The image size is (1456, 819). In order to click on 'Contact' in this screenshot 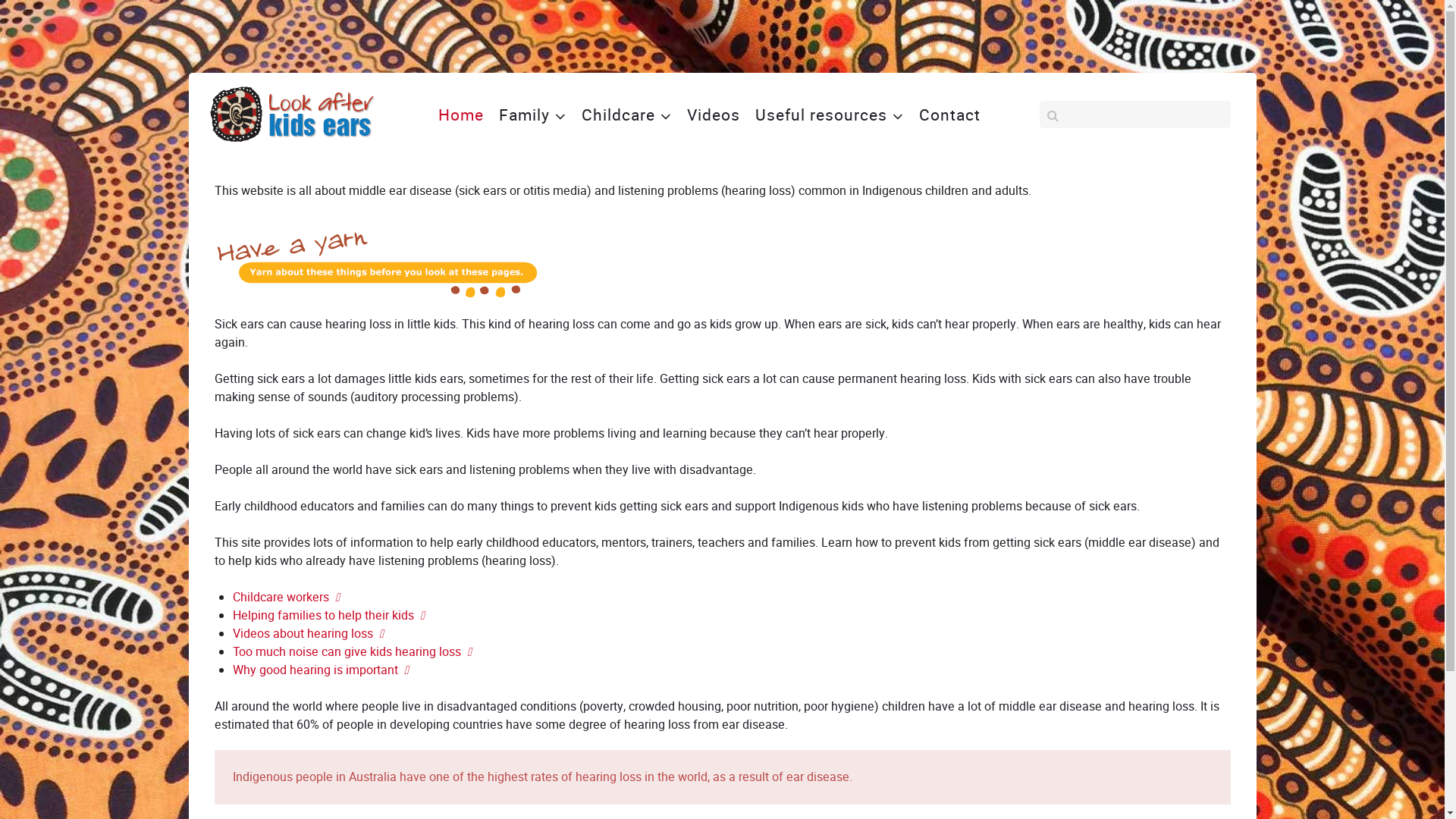, I will do `click(912, 113)`.